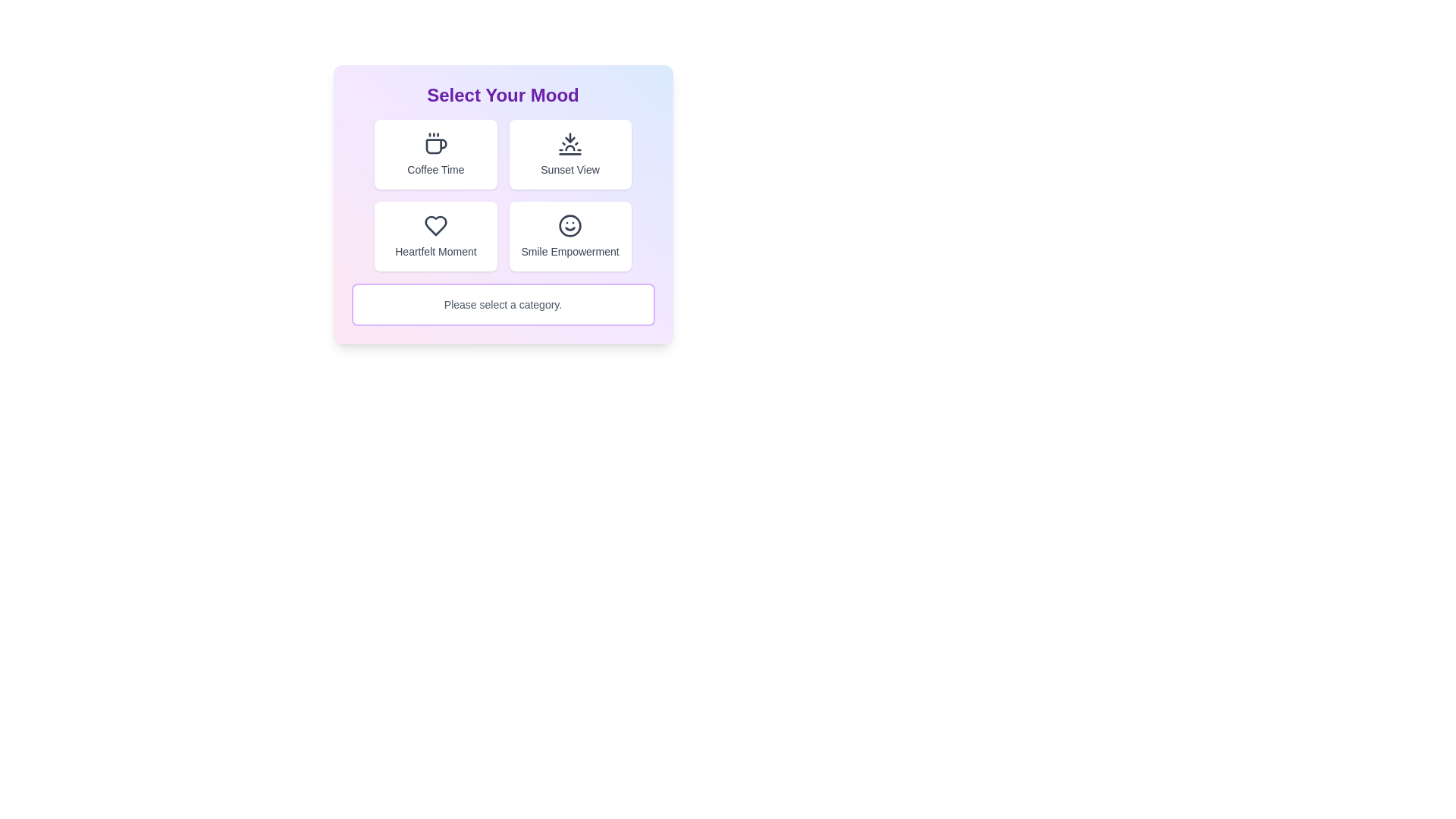  What do you see at coordinates (503, 304) in the screenshot?
I see `the Text Label that instructs the user to make a category selection located at the bottom center of the 'Select Your Mood' box` at bounding box center [503, 304].